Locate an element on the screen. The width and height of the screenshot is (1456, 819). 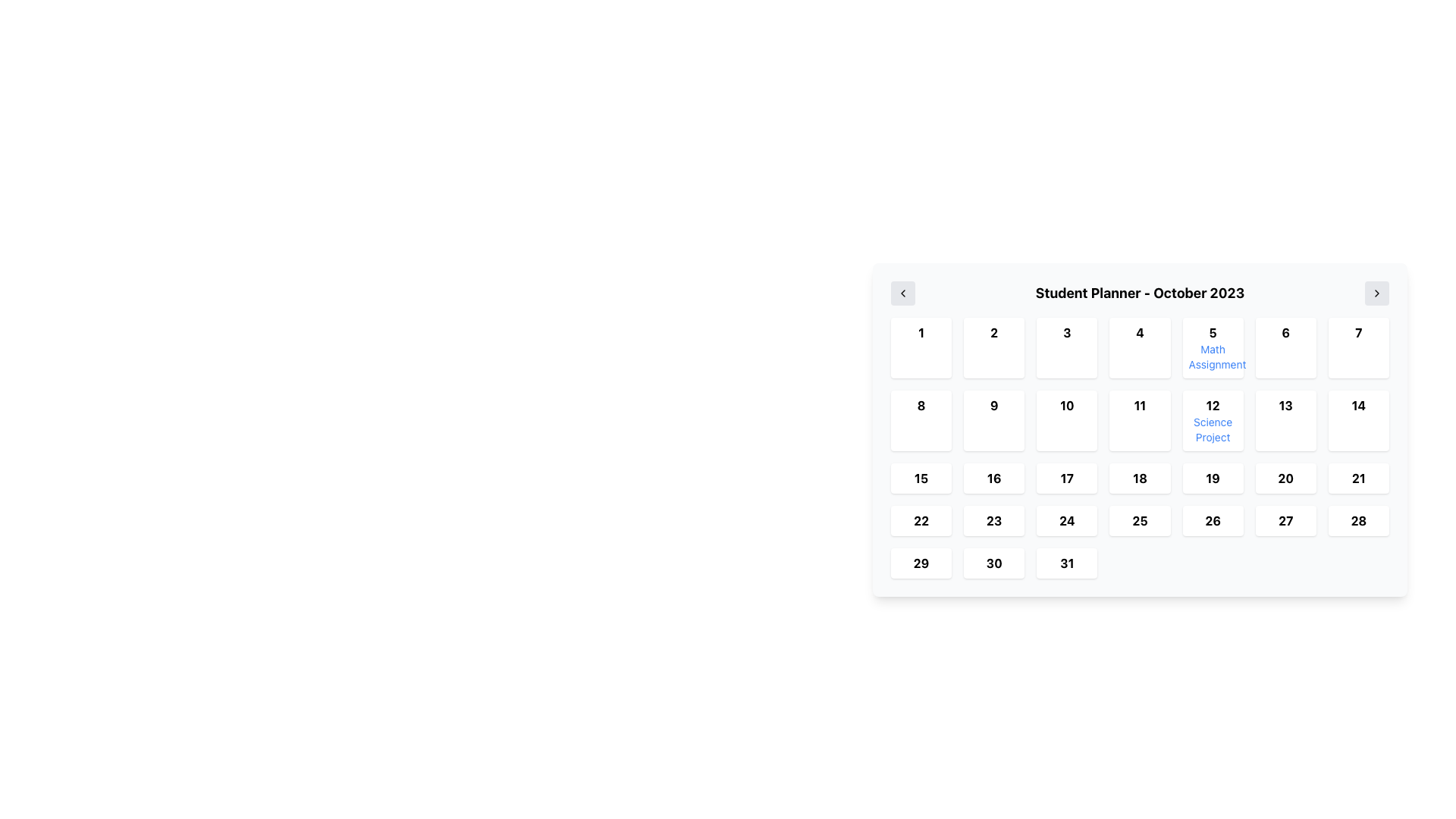
the static text label representing the date '18' in the calendar grid located in the fourth row and third column is located at coordinates (1140, 479).